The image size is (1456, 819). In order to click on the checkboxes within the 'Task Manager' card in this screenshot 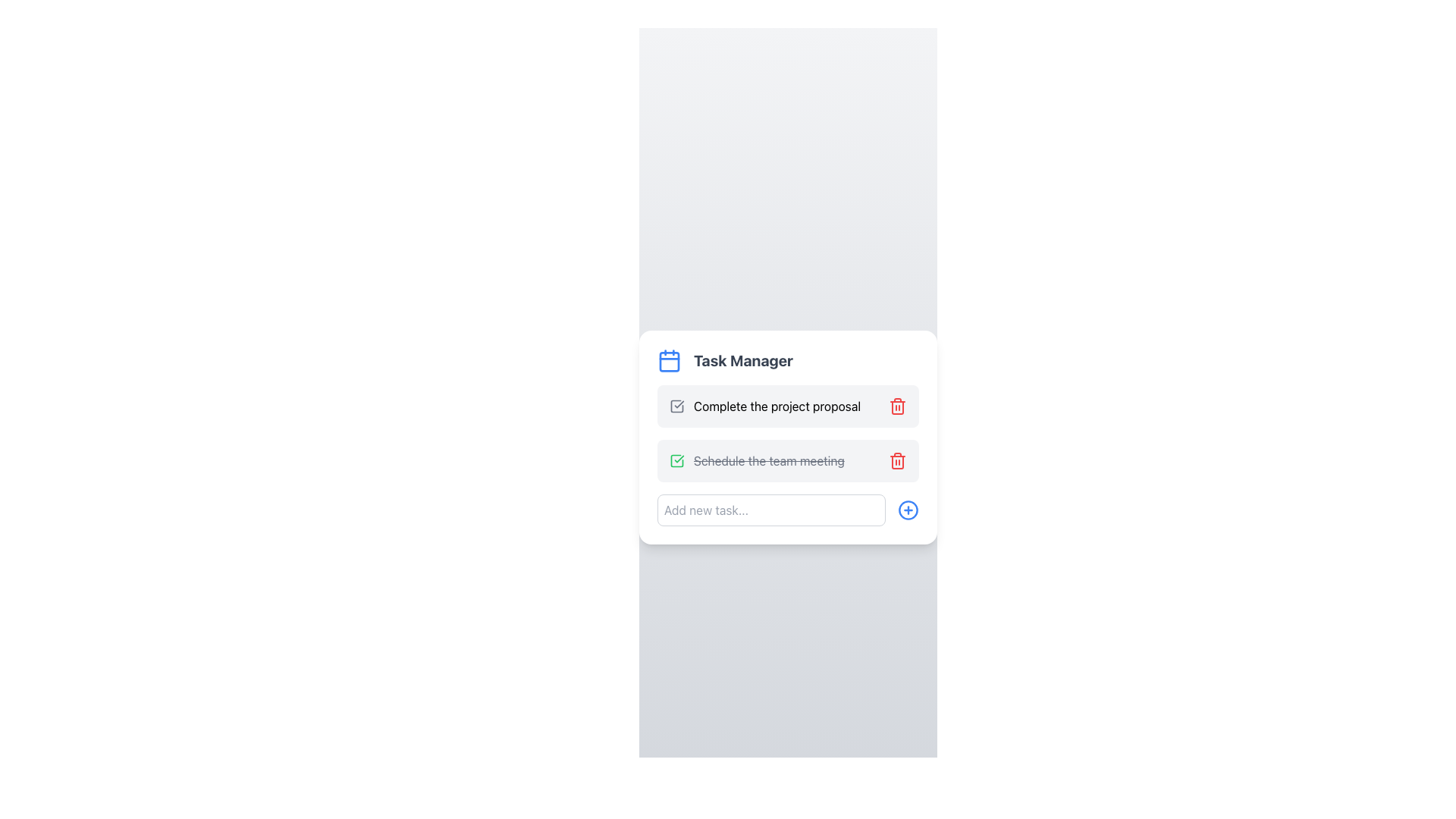, I will do `click(788, 438)`.